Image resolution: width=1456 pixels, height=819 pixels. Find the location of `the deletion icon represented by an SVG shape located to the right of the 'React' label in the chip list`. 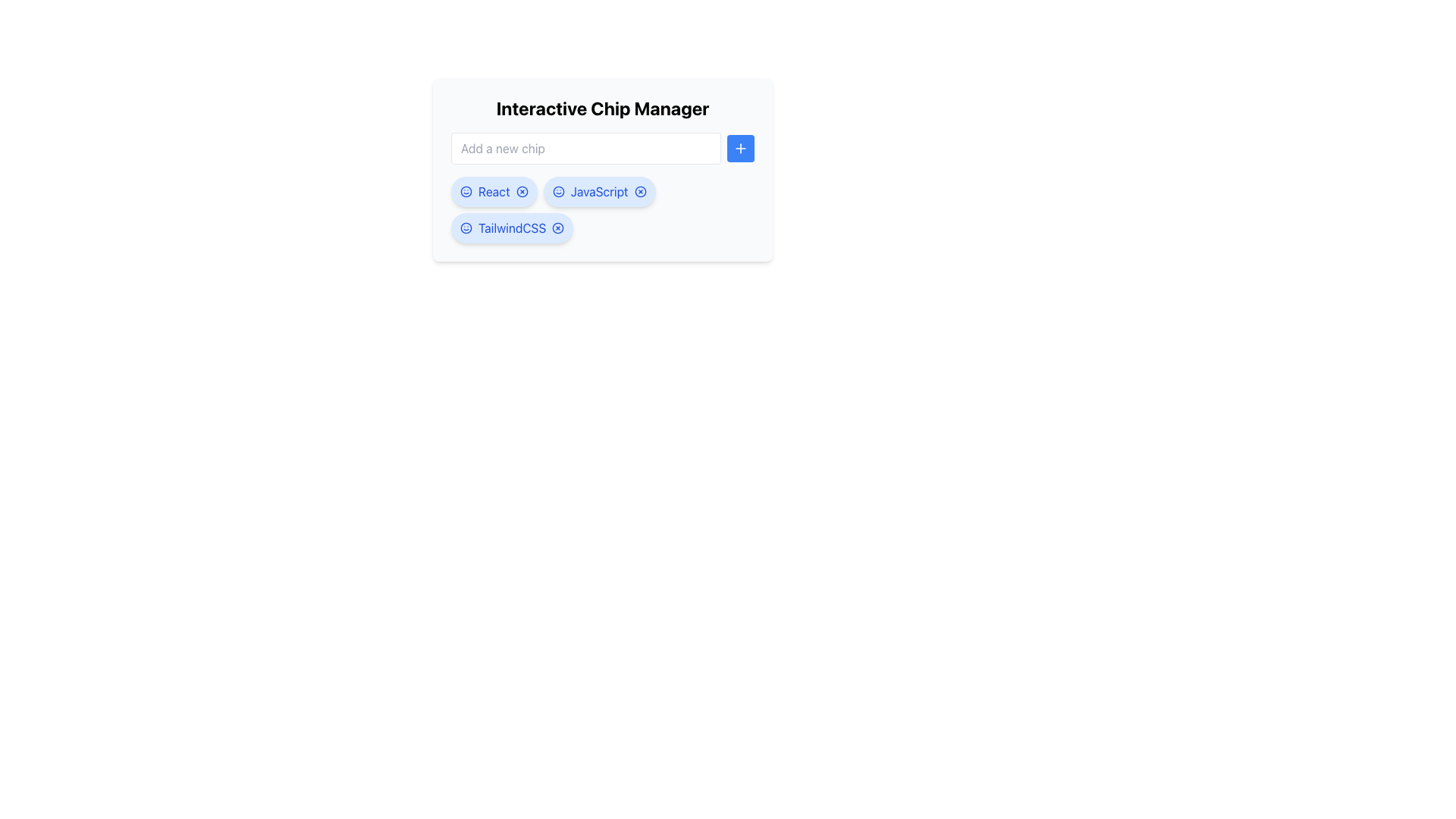

the deletion icon represented by an SVG shape located to the right of the 'React' label in the chip list is located at coordinates (522, 191).